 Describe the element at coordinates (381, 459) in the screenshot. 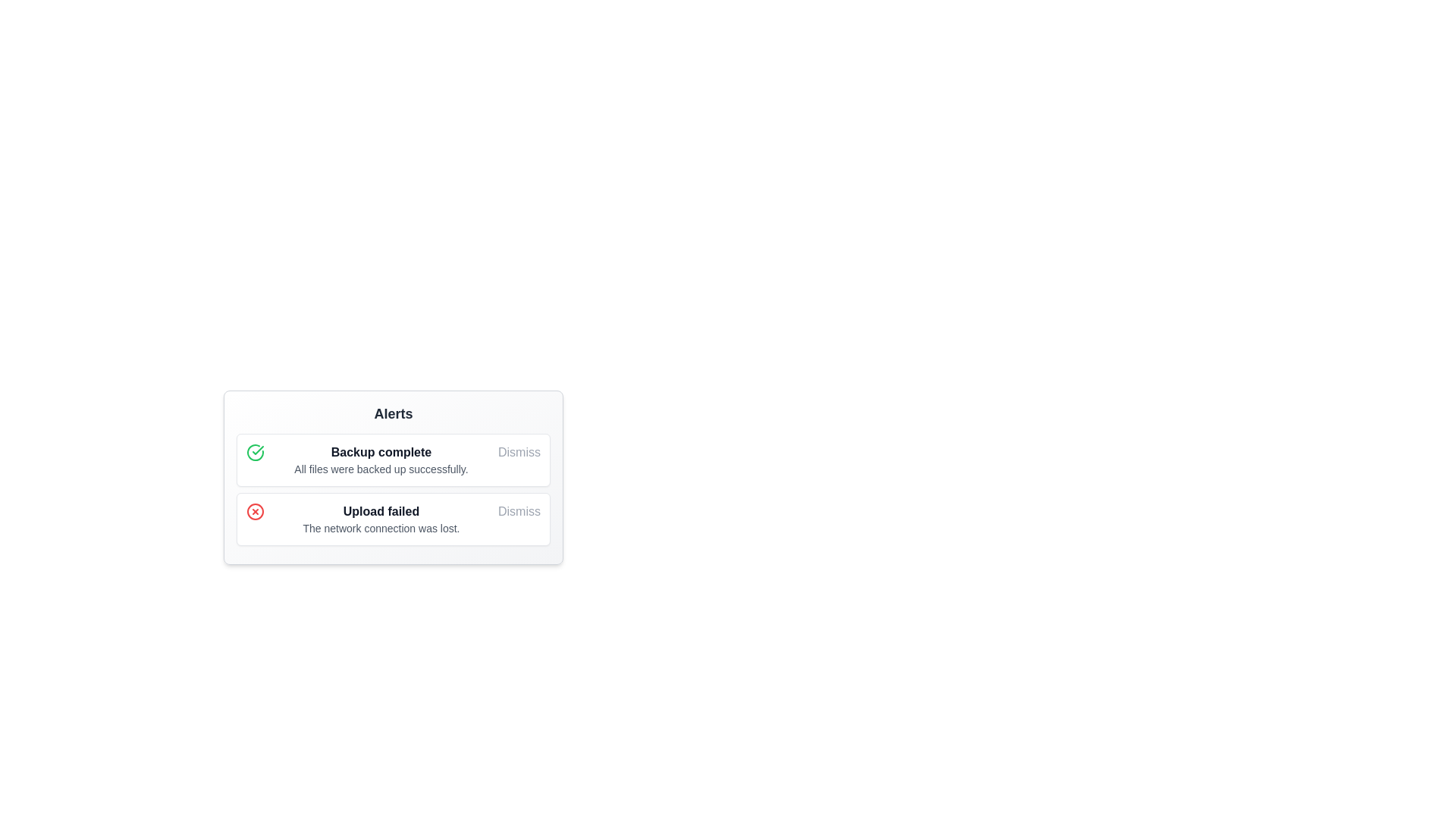

I see `notification text that indicates the completion of the backup process, located in the notification interface under the 'Alerts' header` at that location.